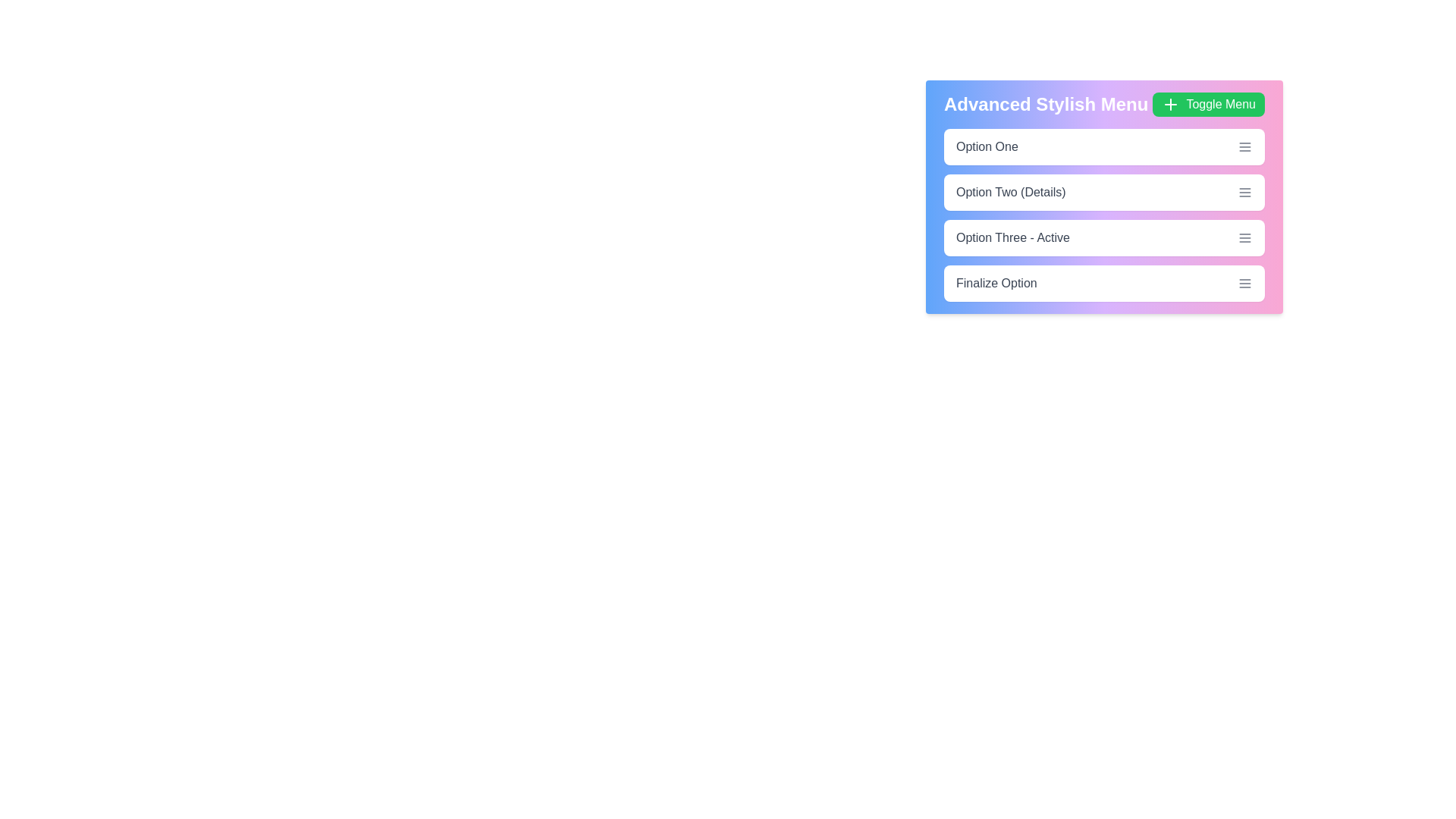 The height and width of the screenshot is (819, 1456). What do you see at coordinates (1244, 284) in the screenshot?
I see `the menu icon next to Finalize Option` at bounding box center [1244, 284].